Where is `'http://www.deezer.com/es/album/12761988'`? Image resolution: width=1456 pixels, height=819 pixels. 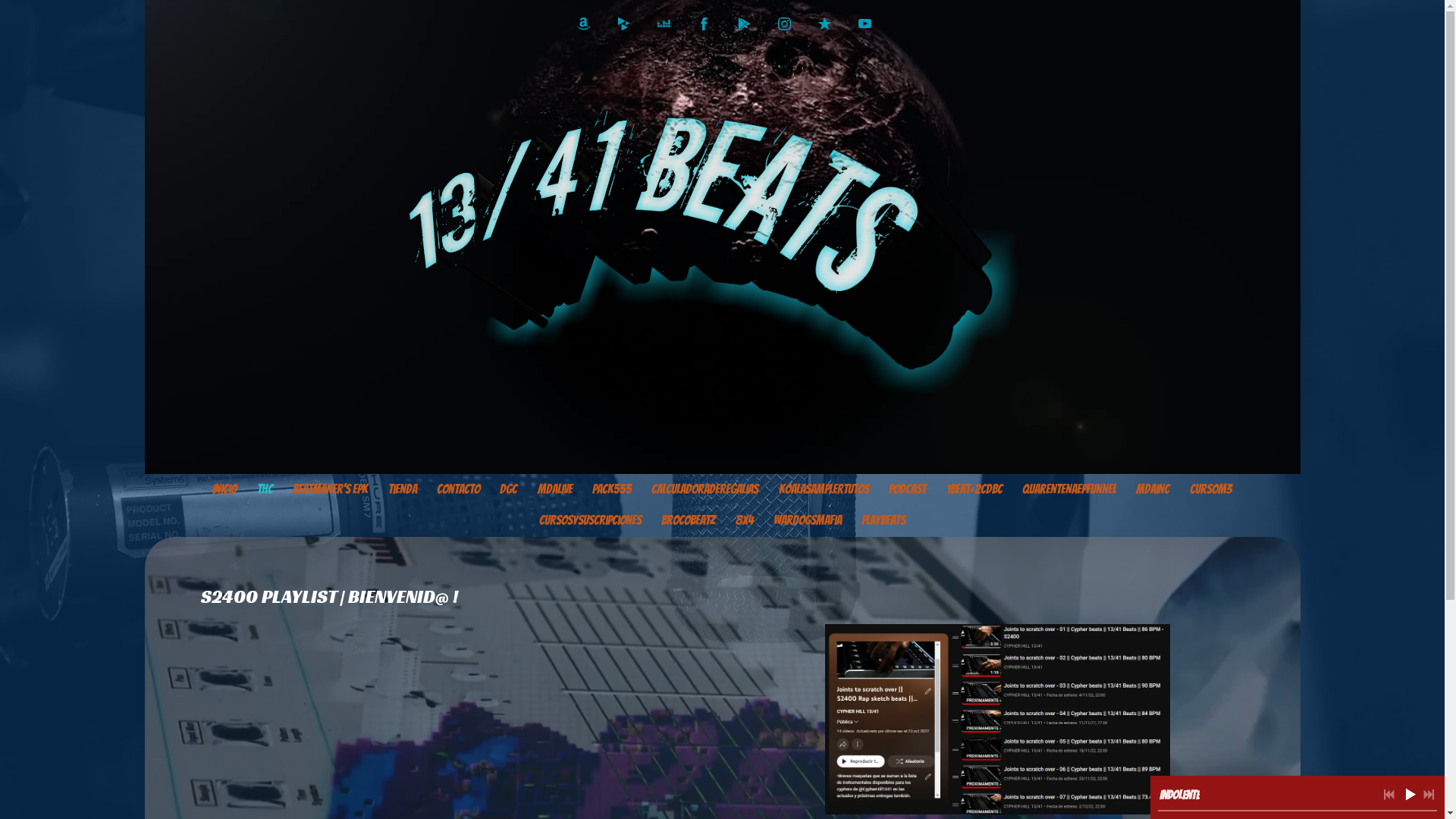 'http://www.deezer.com/es/album/12761988' is located at coordinates (656, 24).